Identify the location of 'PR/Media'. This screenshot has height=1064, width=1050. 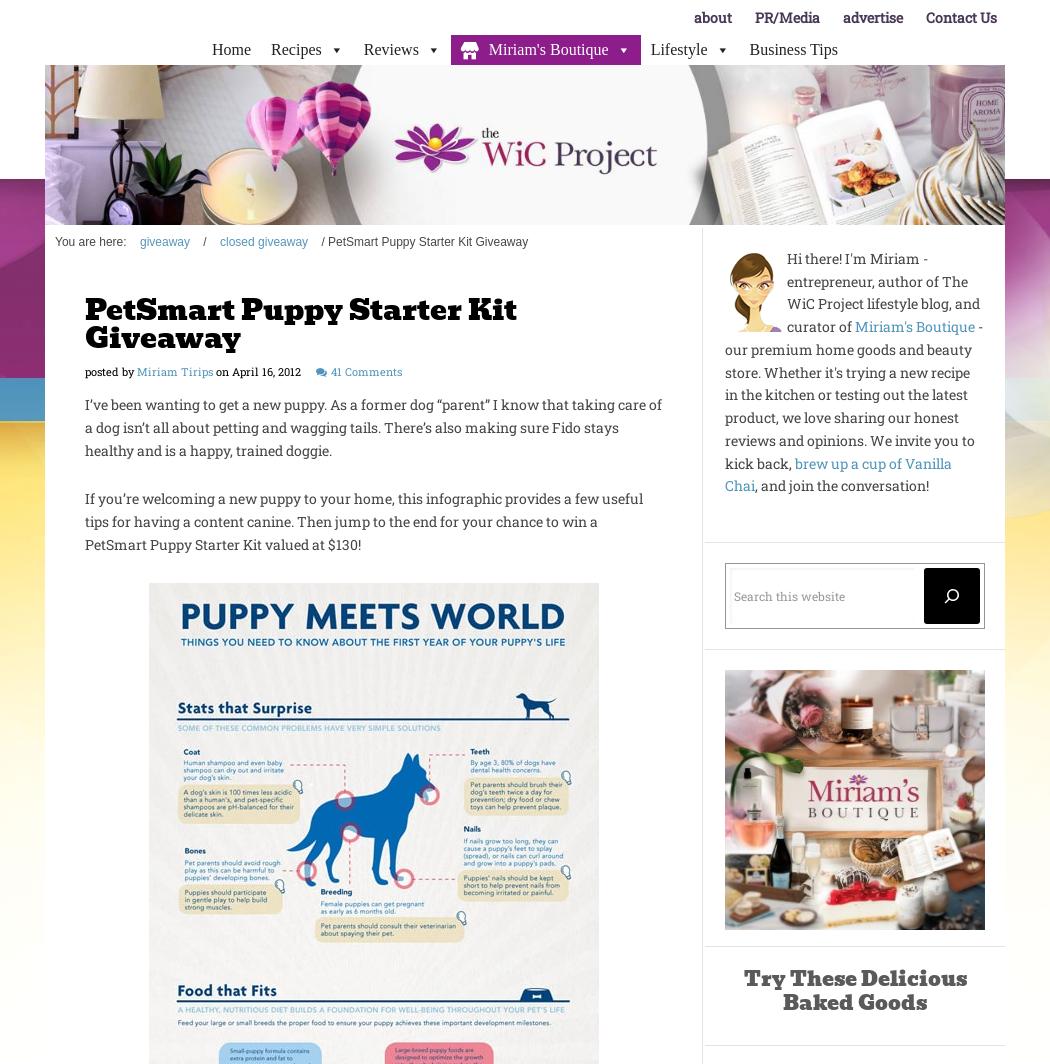
(787, 17).